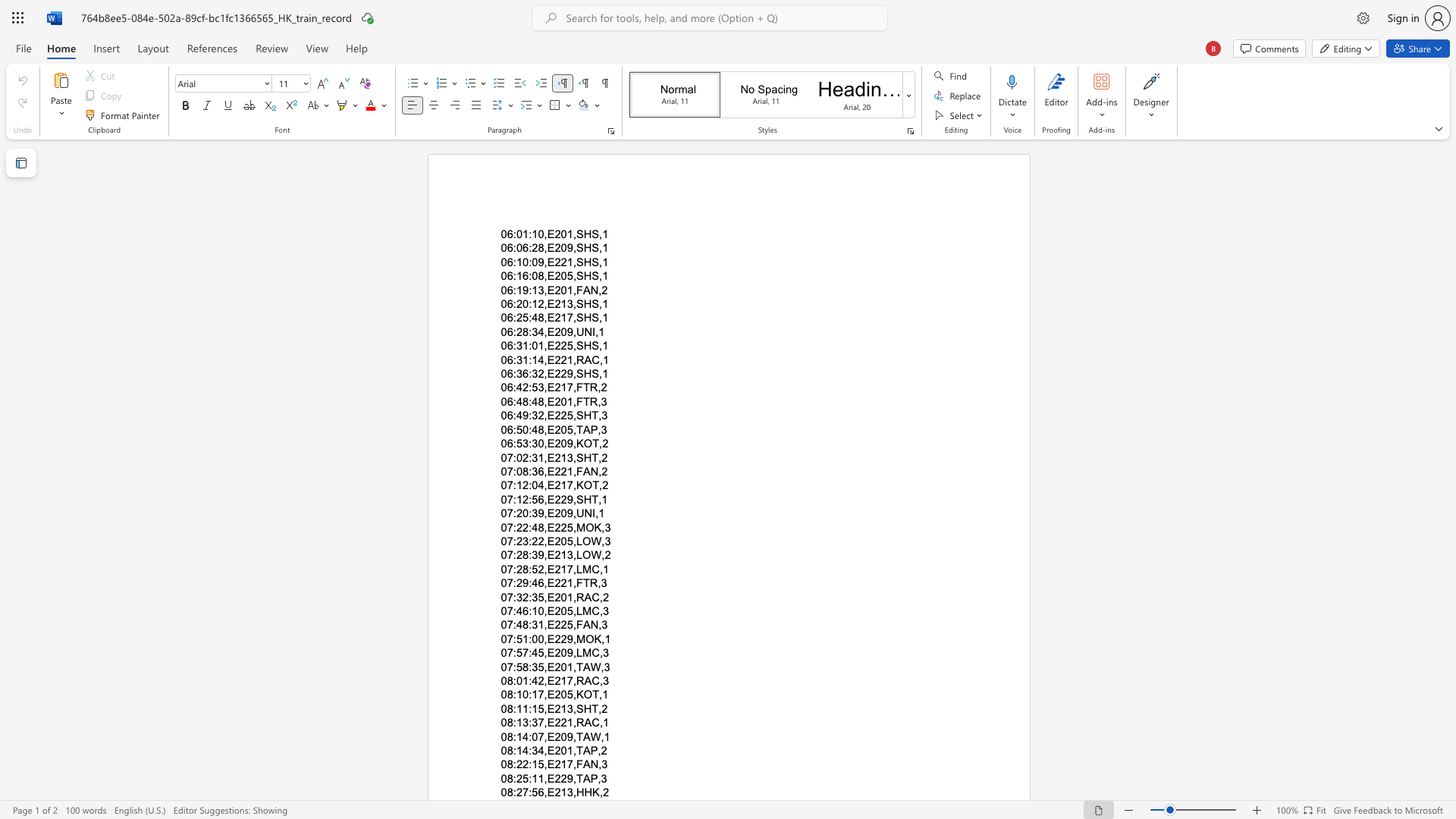 The width and height of the screenshot is (1456, 819). I want to click on the space between the continuous character "1" and "1" in the text, so click(522, 708).